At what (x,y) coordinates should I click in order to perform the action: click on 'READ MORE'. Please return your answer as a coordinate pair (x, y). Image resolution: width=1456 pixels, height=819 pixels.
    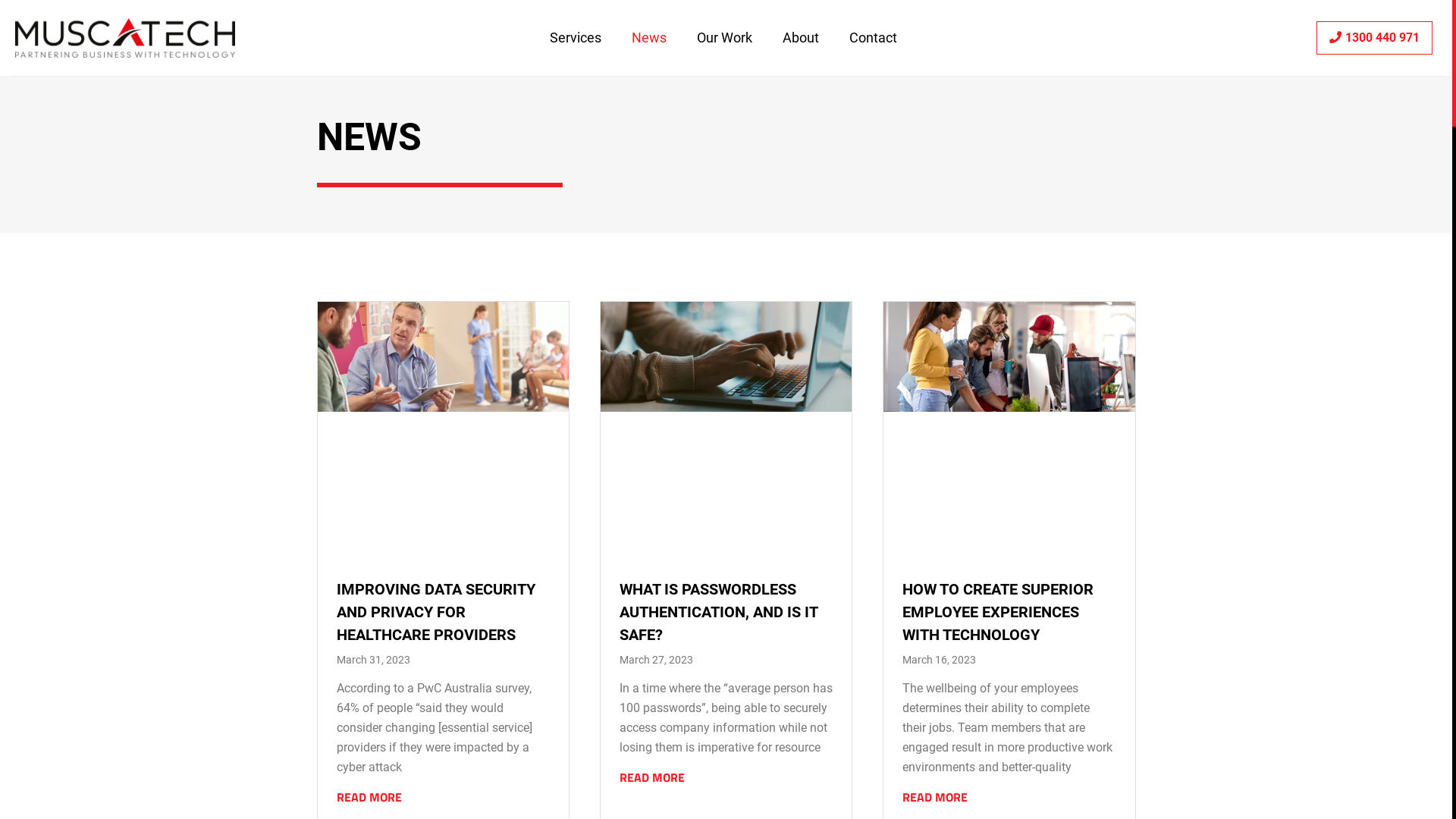
    Looking at the image, I should click on (369, 795).